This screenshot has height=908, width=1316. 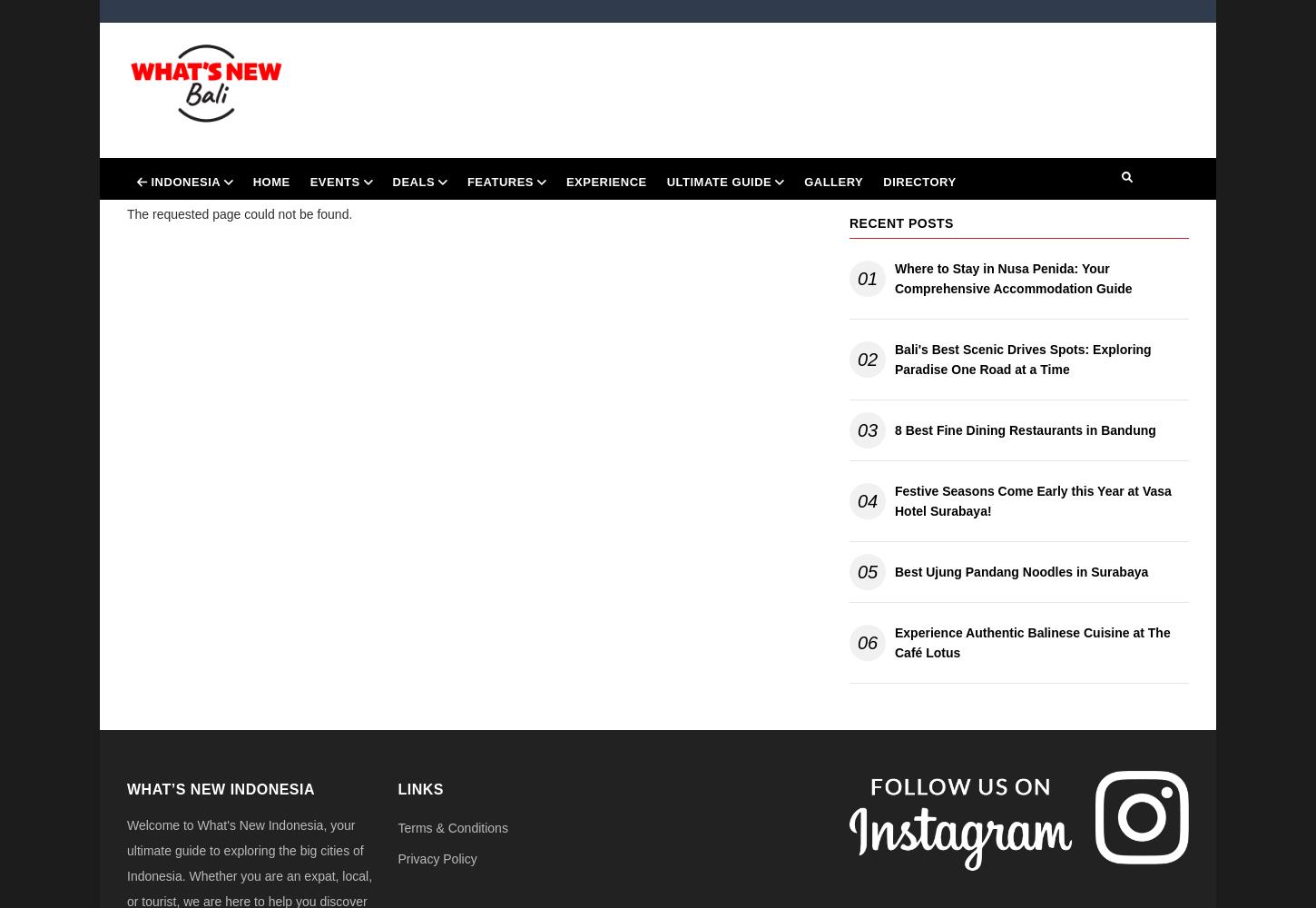 I want to click on '01', so click(x=866, y=278).